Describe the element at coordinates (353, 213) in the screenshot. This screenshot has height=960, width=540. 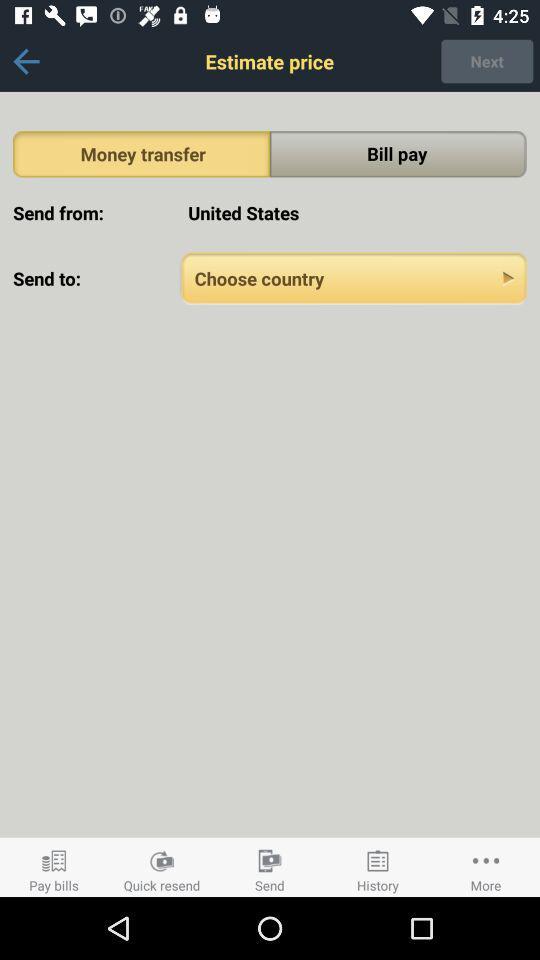
I see `the item next to send from: icon` at that location.